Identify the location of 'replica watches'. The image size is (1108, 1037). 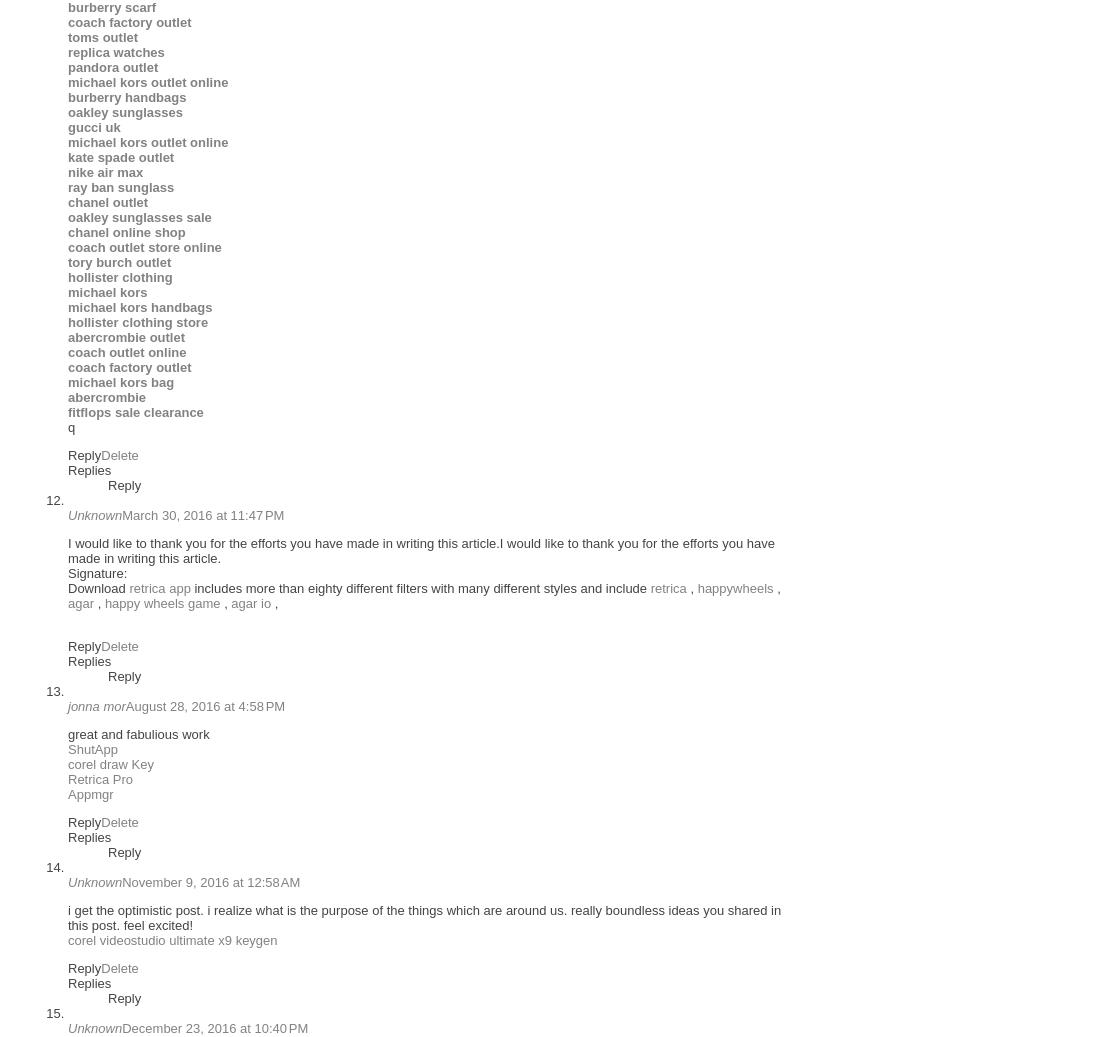
(116, 51).